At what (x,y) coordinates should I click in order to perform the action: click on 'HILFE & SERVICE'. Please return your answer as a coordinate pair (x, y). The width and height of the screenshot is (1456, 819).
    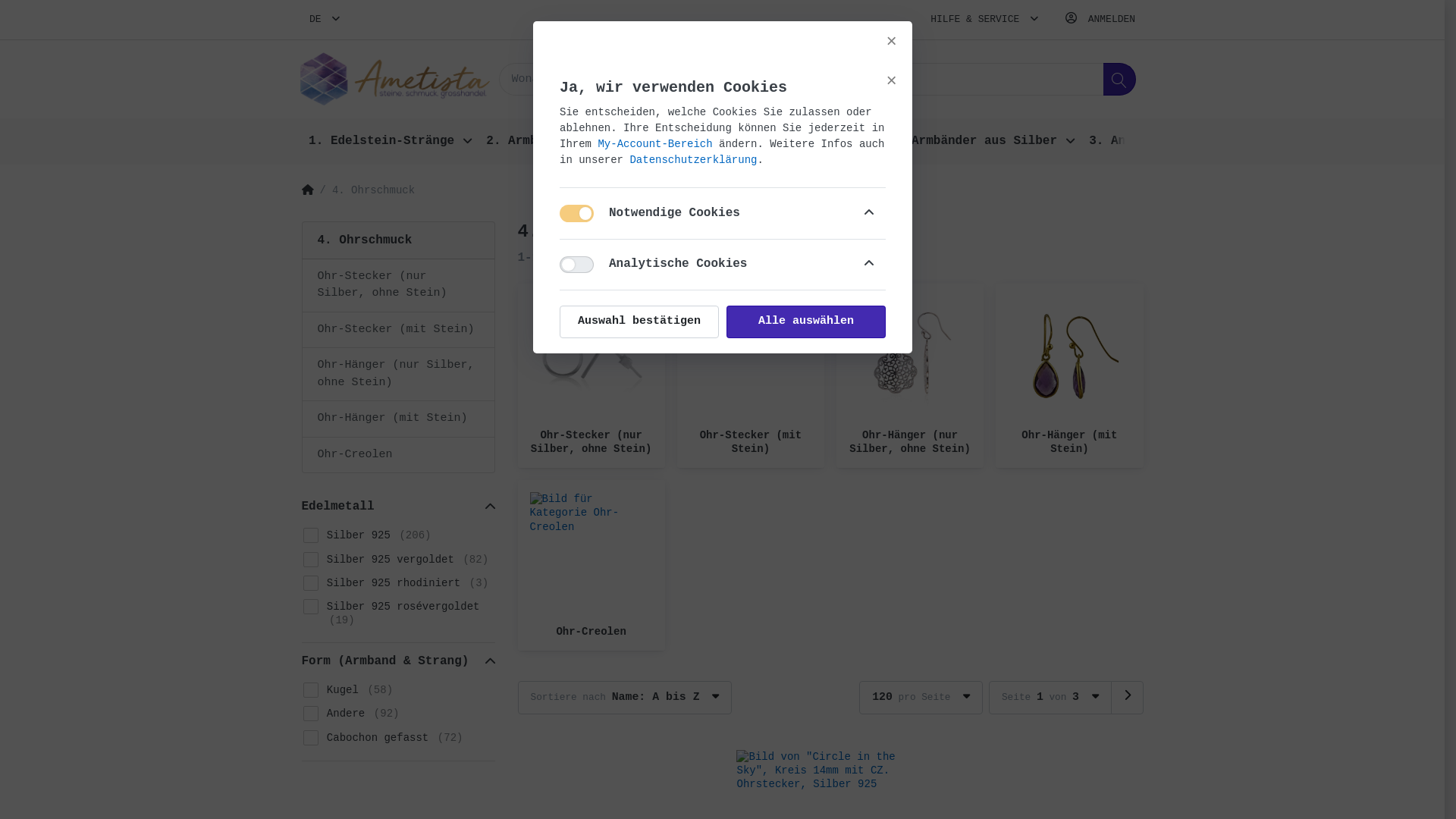
    Looking at the image, I should click on (922, 20).